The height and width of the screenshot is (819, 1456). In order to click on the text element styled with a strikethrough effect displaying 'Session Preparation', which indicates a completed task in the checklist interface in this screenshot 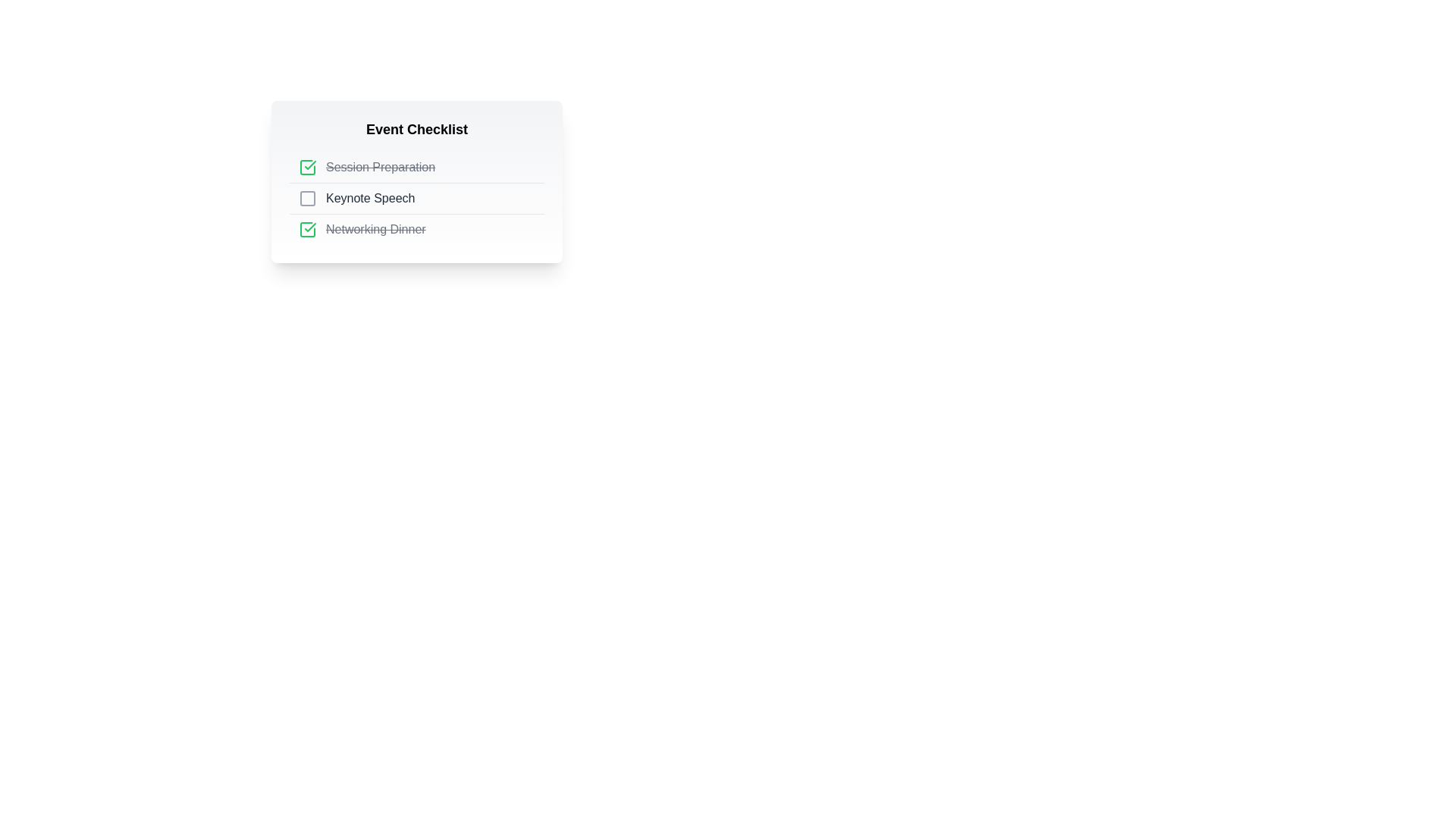, I will do `click(381, 167)`.